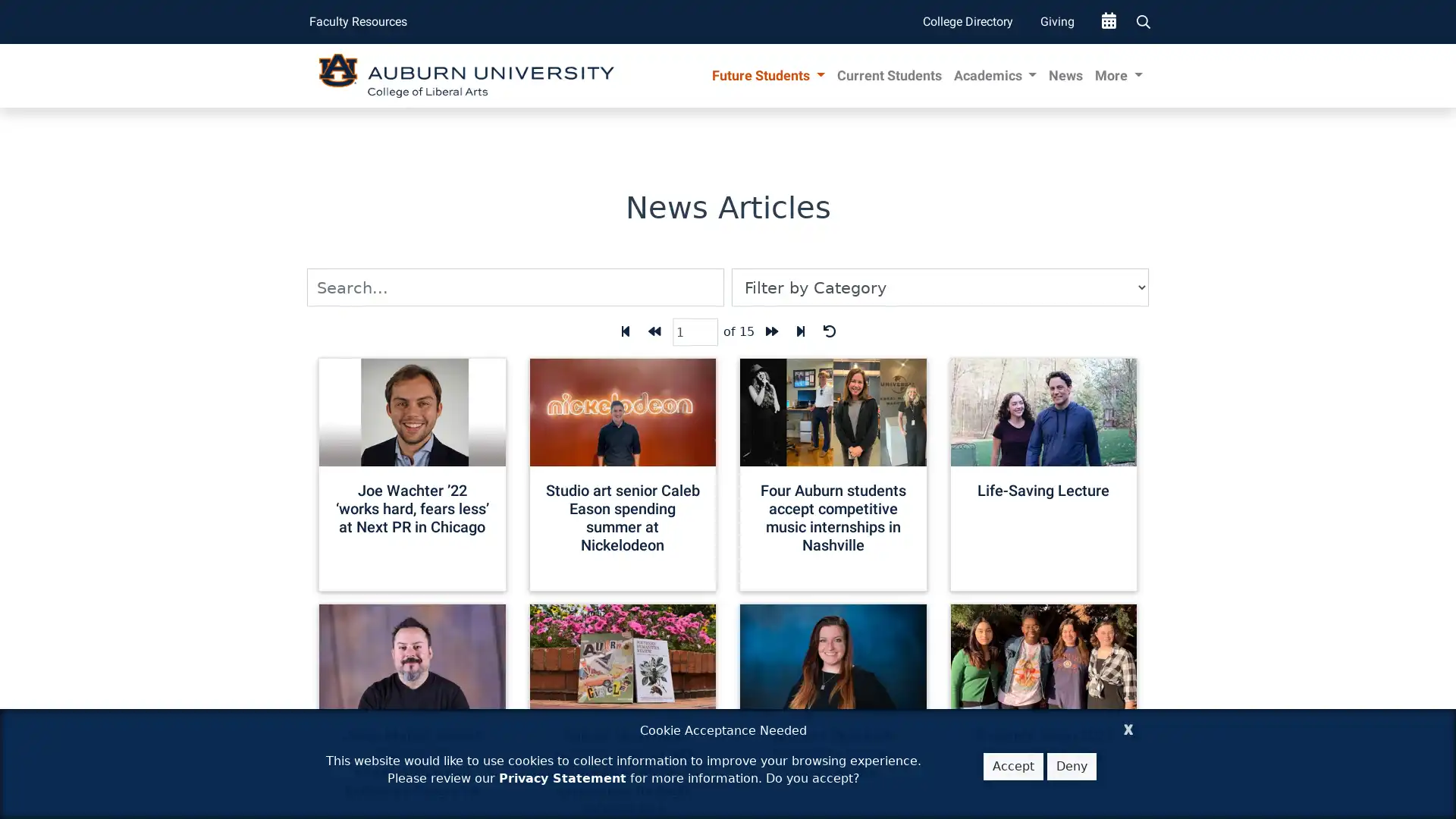  Describe the element at coordinates (626, 331) in the screenshot. I see `First Page` at that location.